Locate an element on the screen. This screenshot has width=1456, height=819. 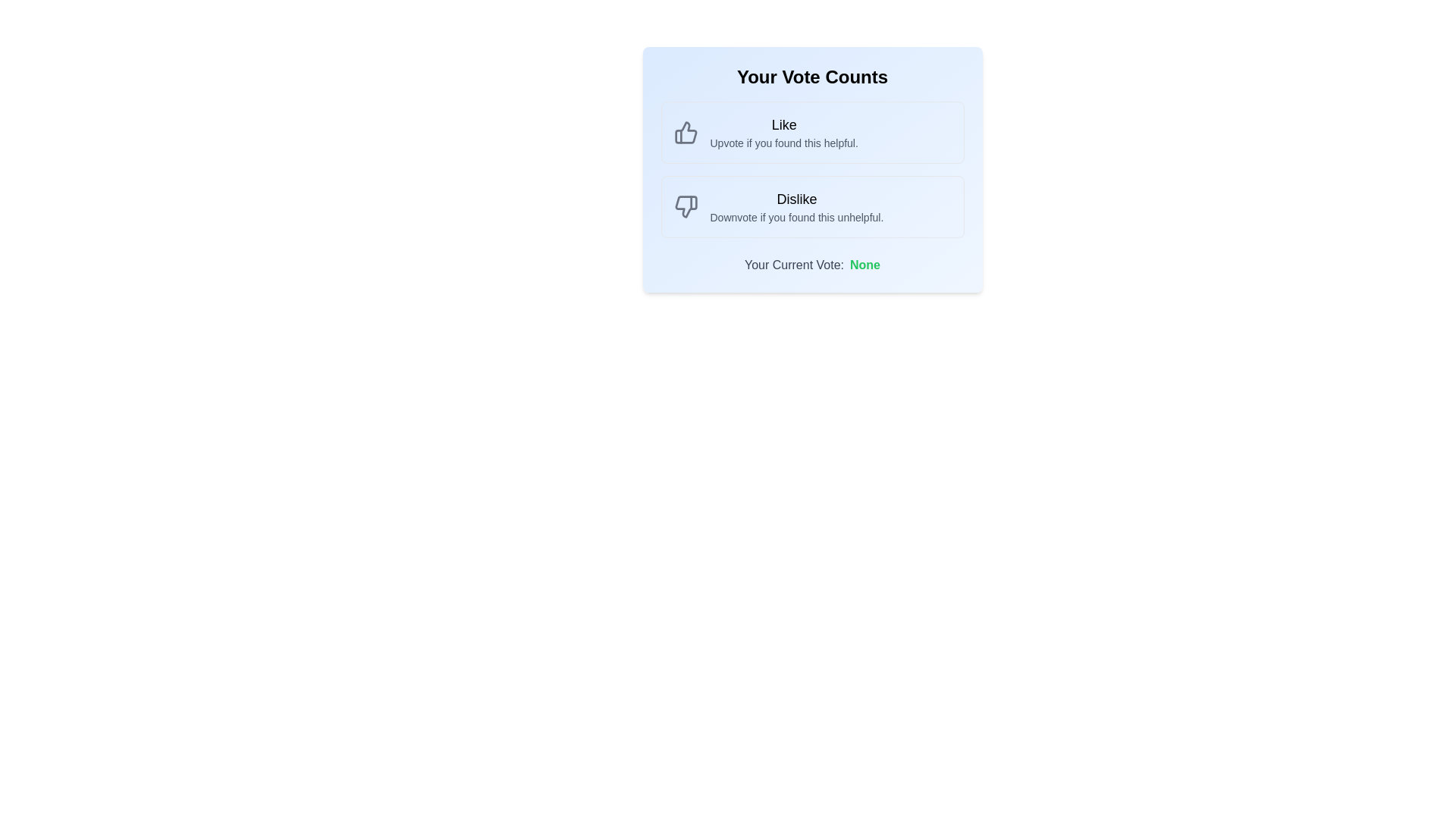
the 'Dislike' button, which features a thumbs-down icon and the text 'Dislike' and 'Downvote if you found this unhelpful.' is located at coordinates (811, 207).